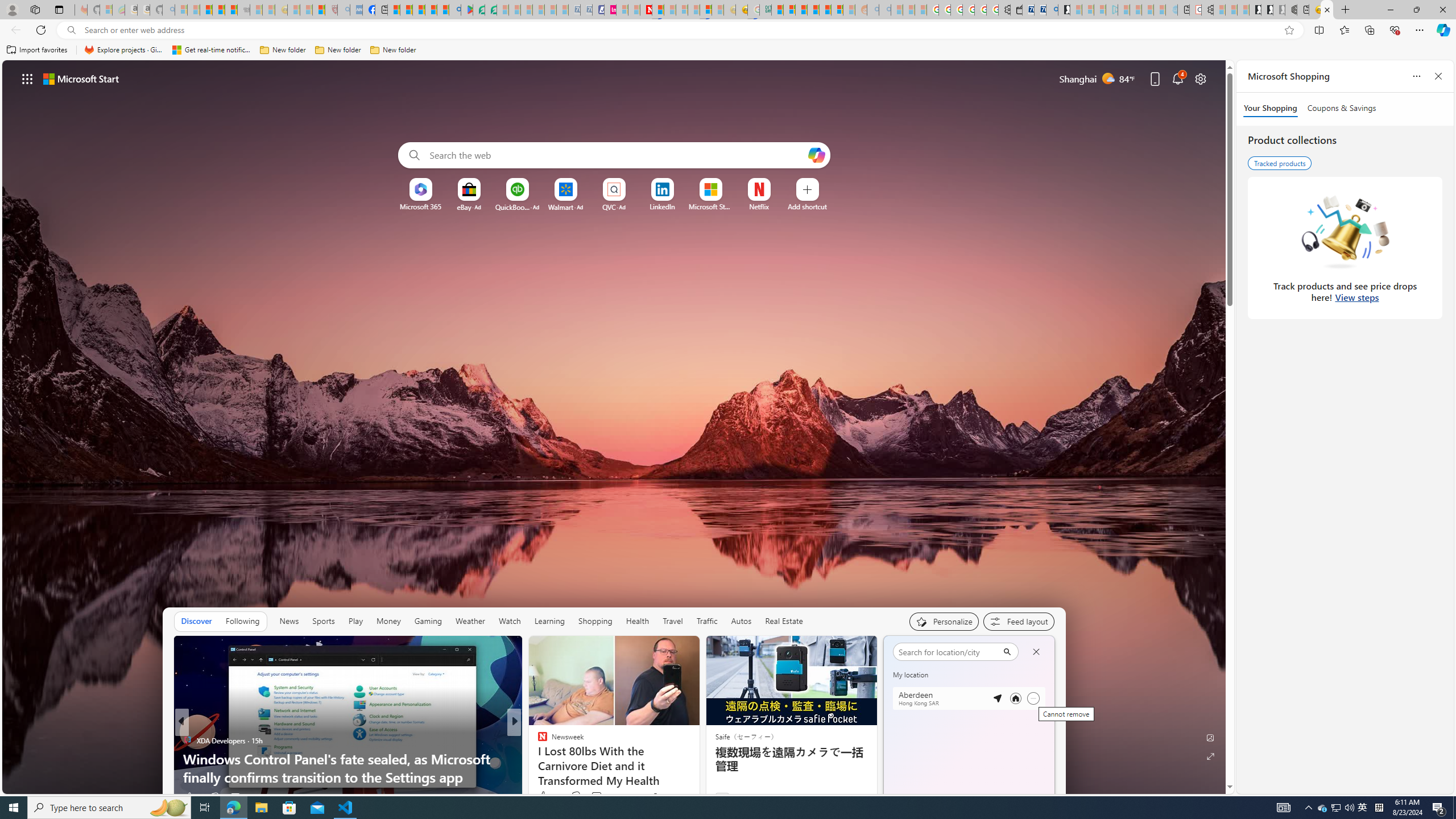 The width and height of the screenshot is (1456, 819). I want to click on 'INSIDER', so click(537, 741).